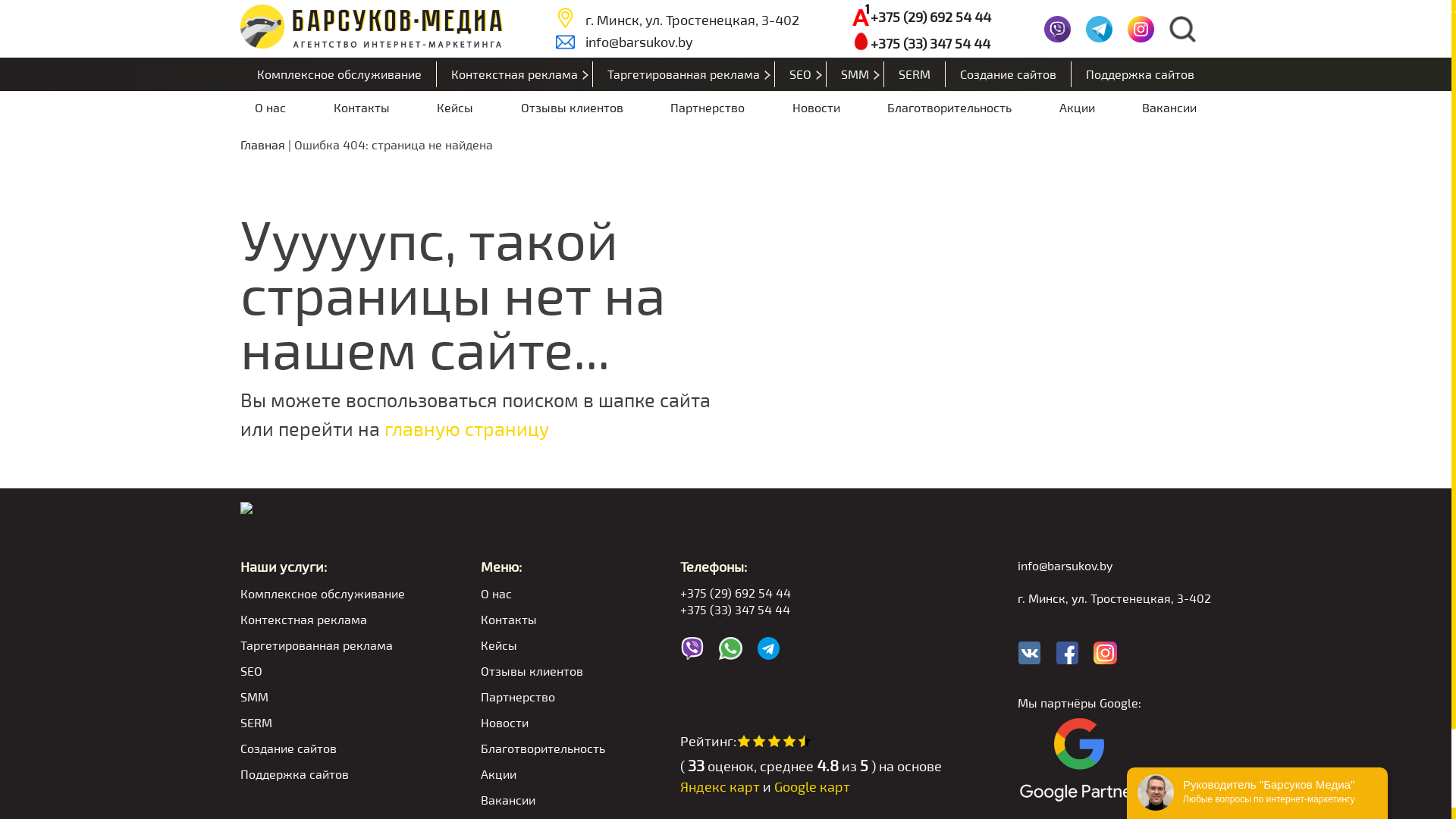 Image resolution: width=1456 pixels, height=819 pixels. What do you see at coordinates (322, 721) in the screenshot?
I see `'SERM'` at bounding box center [322, 721].